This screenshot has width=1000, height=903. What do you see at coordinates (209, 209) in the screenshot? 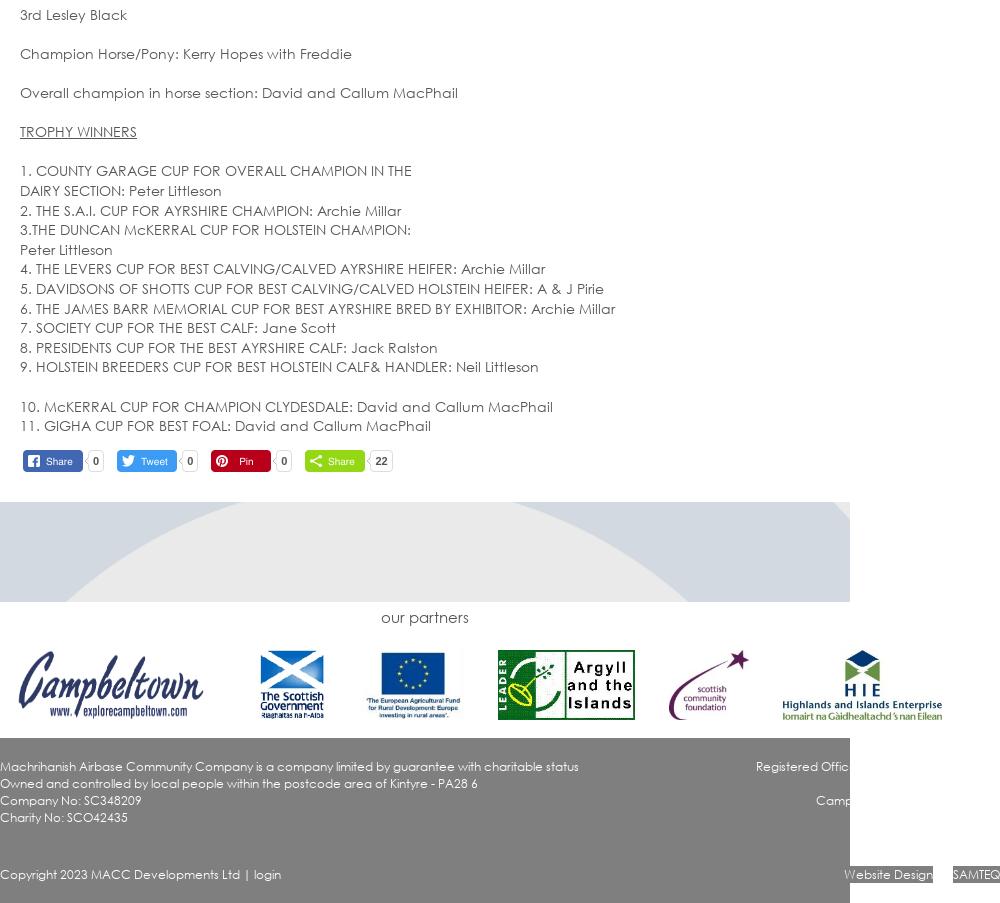
I see `'2. THE S.A.I. CUP FOR AYRSHIRE CHAMPION: Archie Millar'` at bounding box center [209, 209].